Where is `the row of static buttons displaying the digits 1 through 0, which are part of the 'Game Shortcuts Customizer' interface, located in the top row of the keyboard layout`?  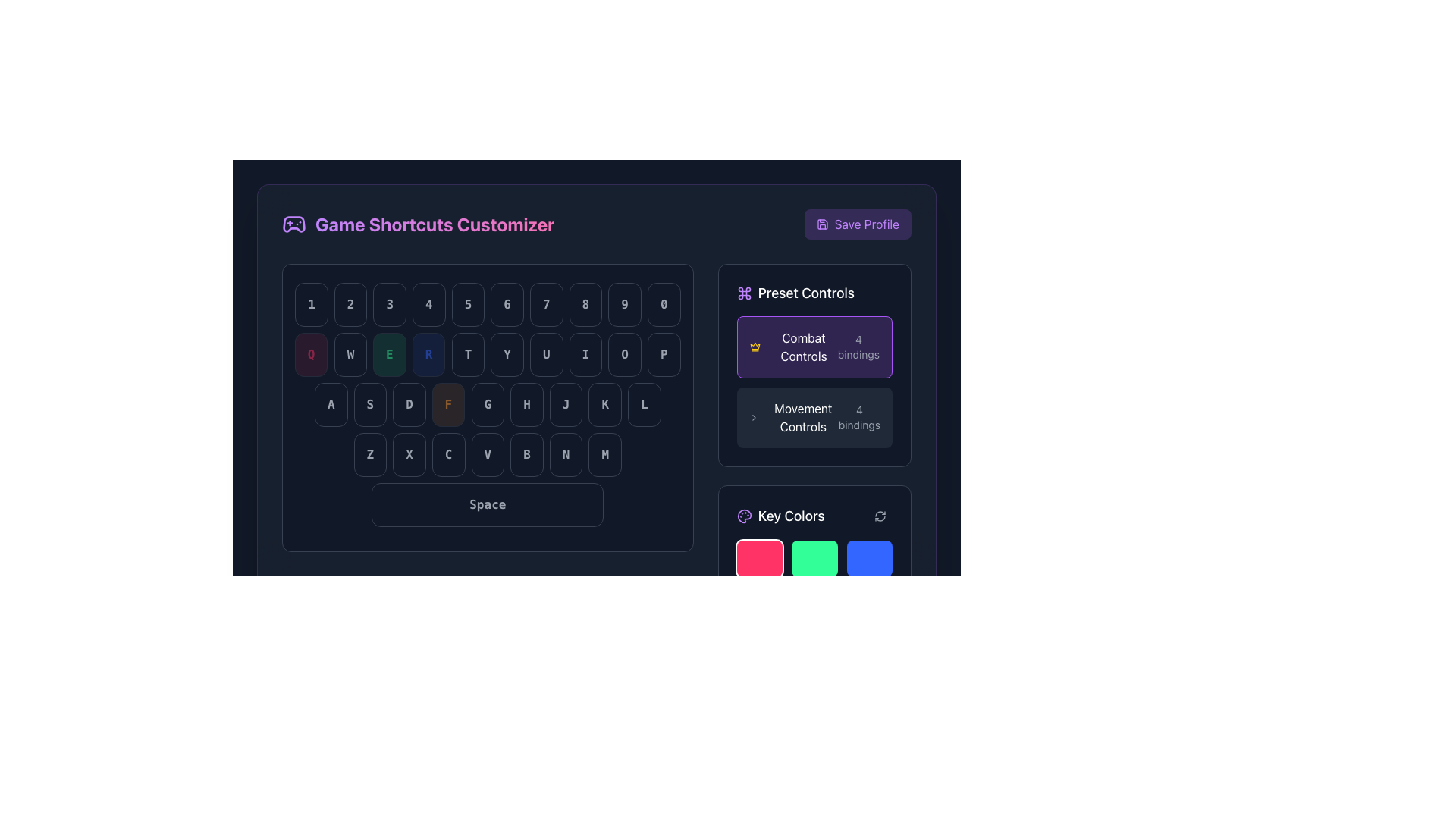 the row of static buttons displaying the digits 1 through 0, which are part of the 'Game Shortcuts Customizer' interface, located in the top row of the keyboard layout is located at coordinates (488, 304).